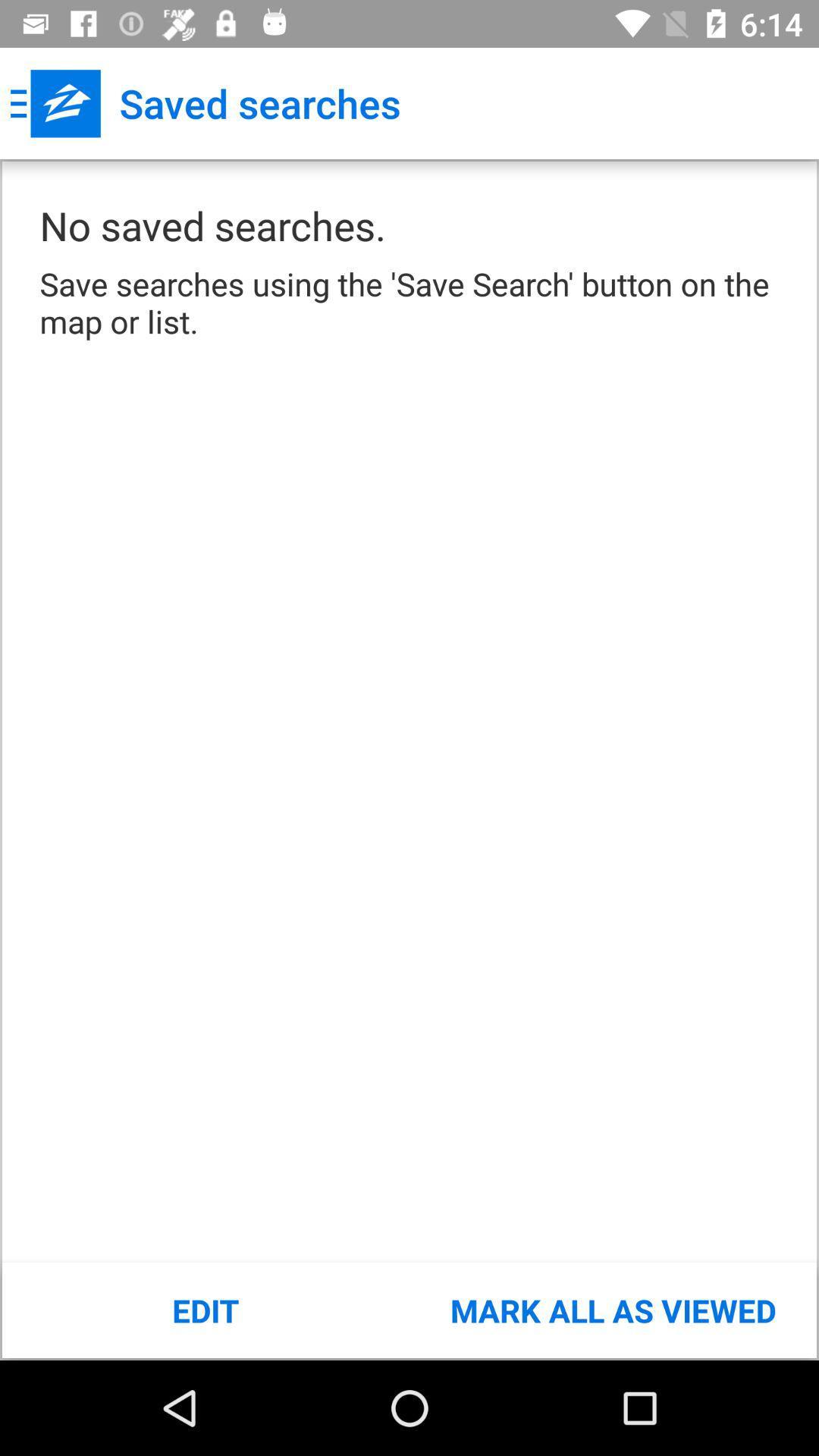 This screenshot has width=819, height=1456. Describe the element at coordinates (612, 1310) in the screenshot. I see `icon below save searches using item` at that location.